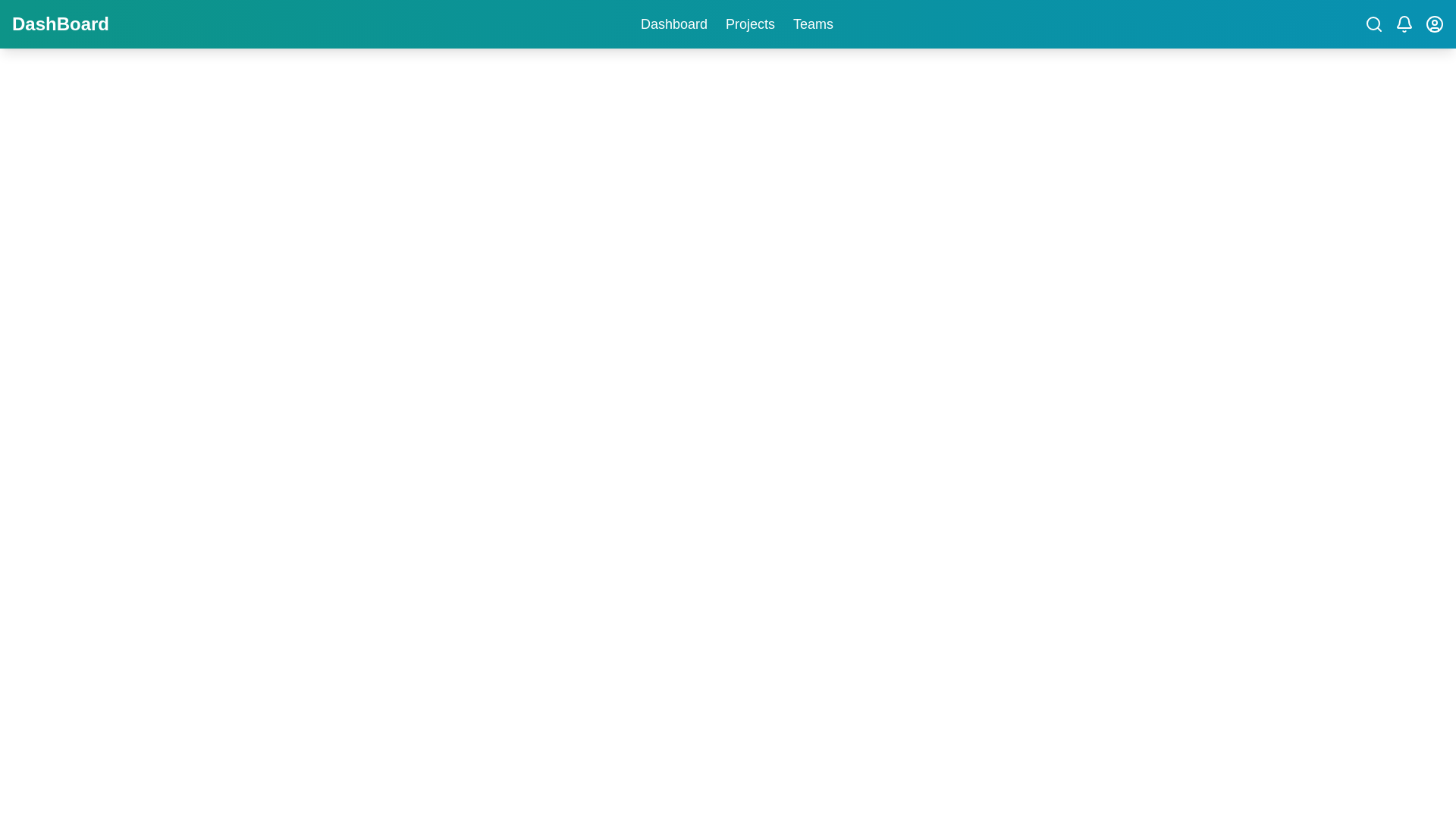 This screenshot has height=819, width=1456. What do you see at coordinates (1373, 24) in the screenshot?
I see `the magnifying glass icon button in the top-right section of the header bar` at bounding box center [1373, 24].